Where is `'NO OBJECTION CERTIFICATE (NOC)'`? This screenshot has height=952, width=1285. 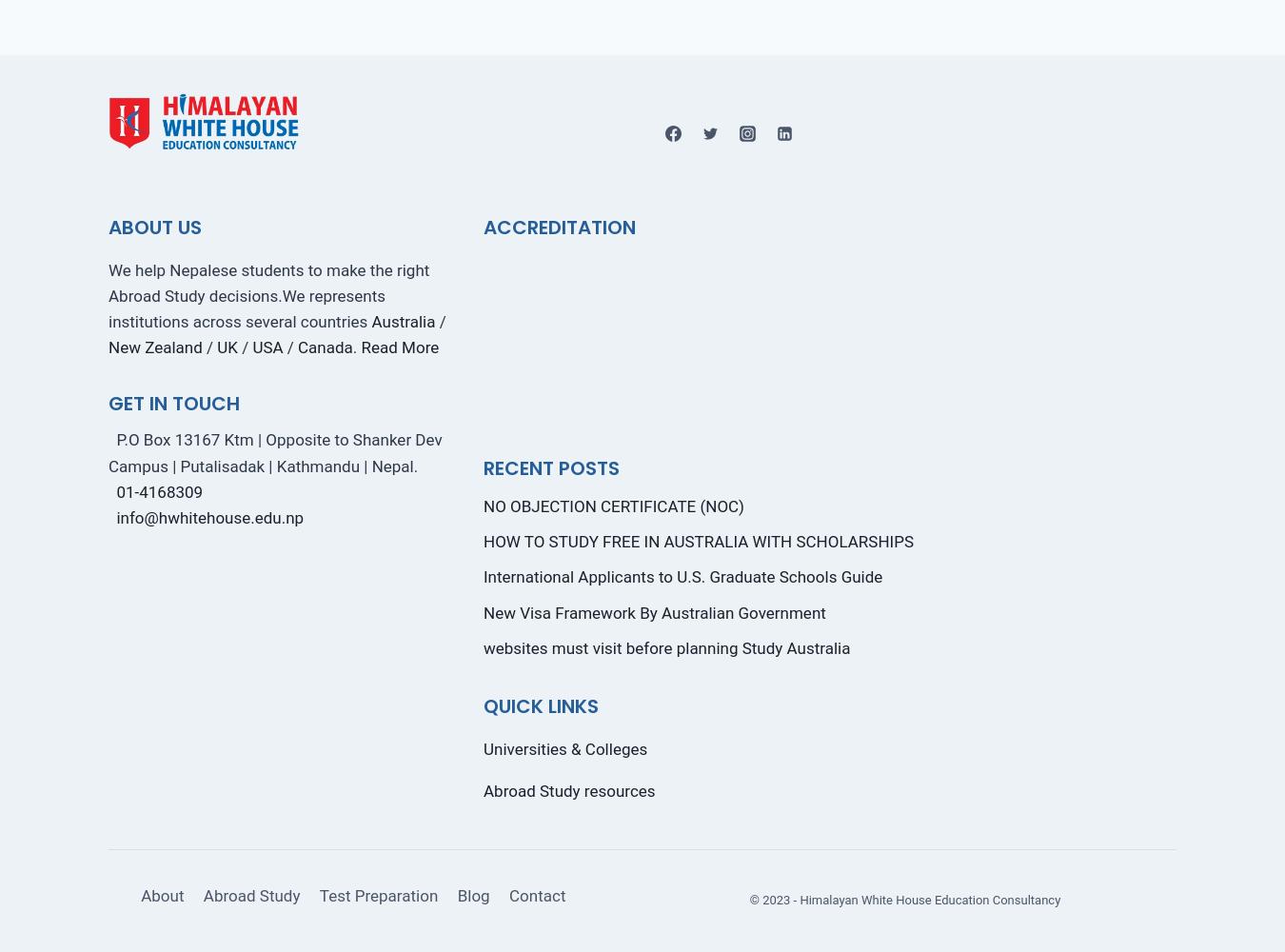
'NO OBJECTION CERTIFICATE (NOC)' is located at coordinates (613, 506).